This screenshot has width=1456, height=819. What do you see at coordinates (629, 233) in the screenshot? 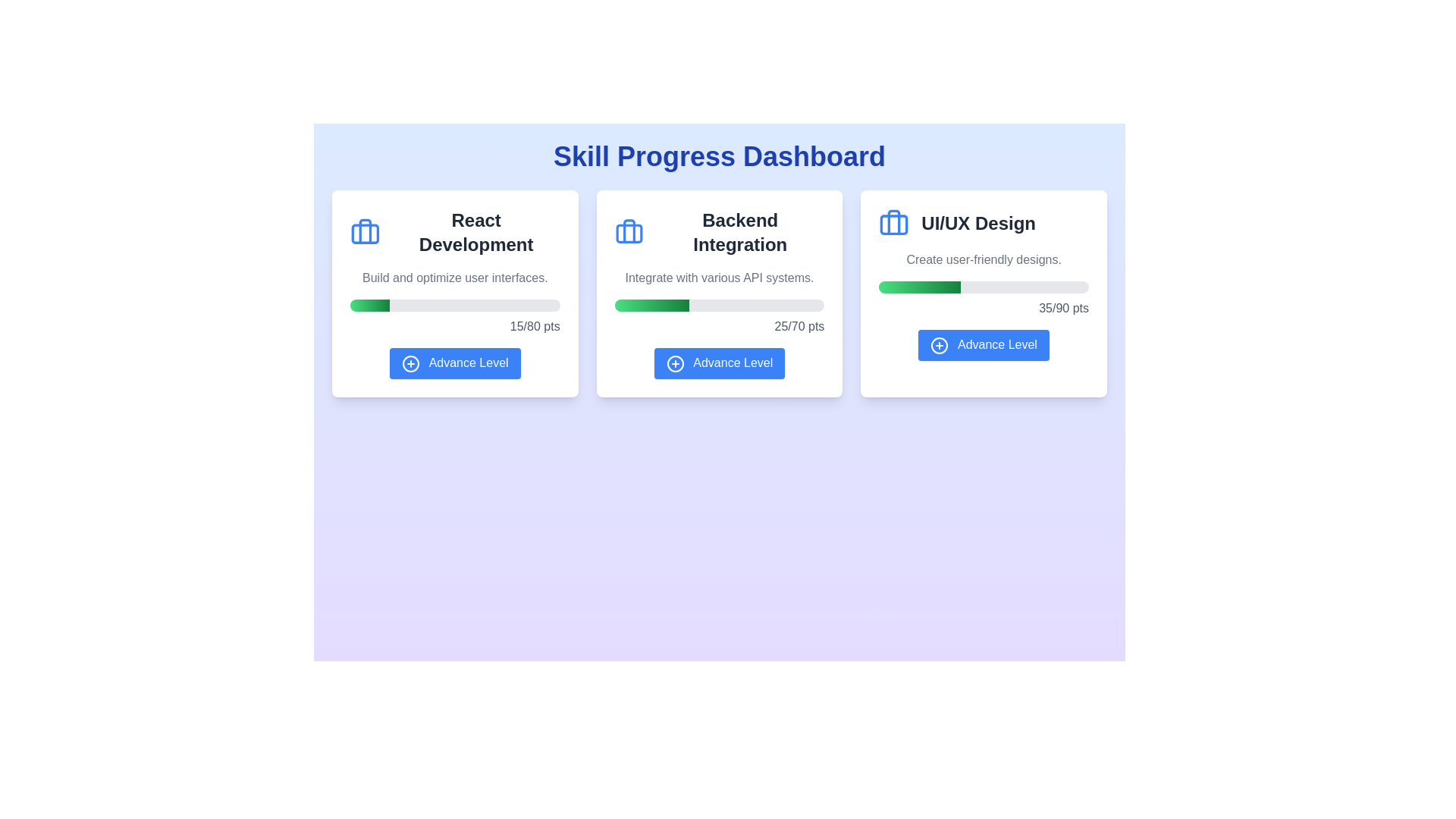
I see `the 'Backend Integration' icon located at the top-left corner of its card, which serves as a visual indicator for intuitive navigation` at bounding box center [629, 233].